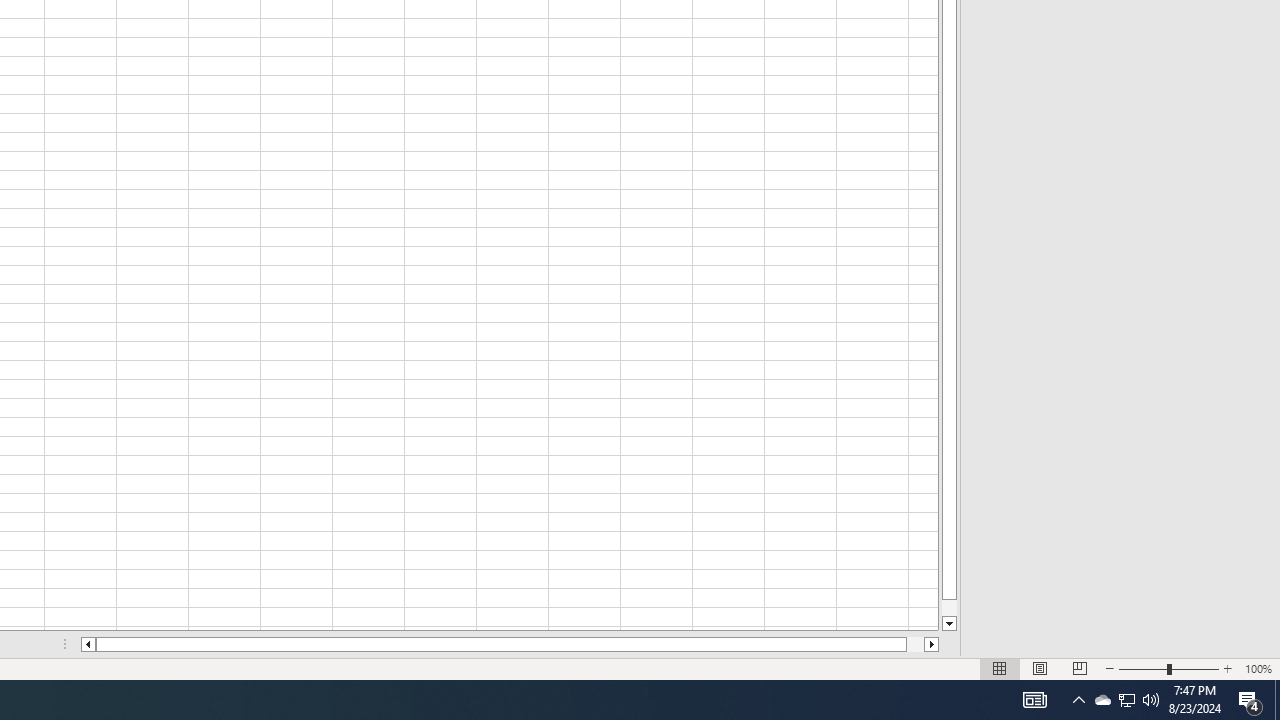 The width and height of the screenshot is (1280, 720). What do you see at coordinates (1226, 669) in the screenshot?
I see `'Zoom In'` at bounding box center [1226, 669].